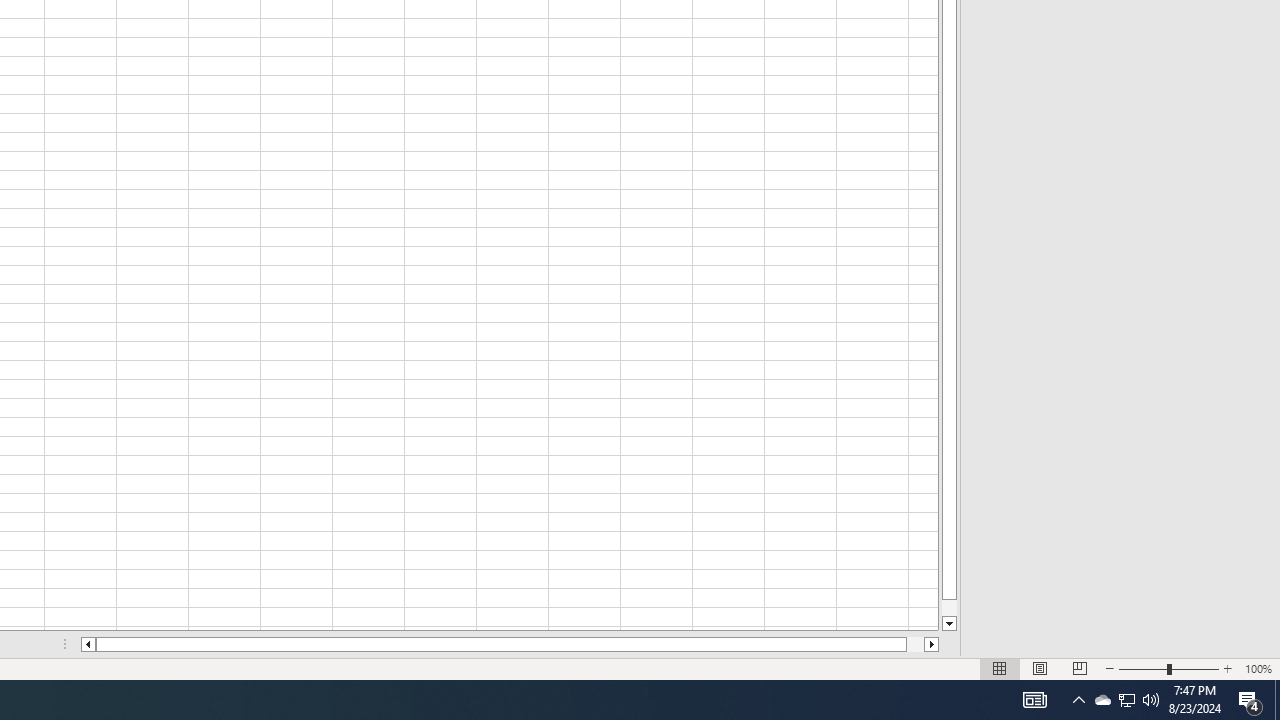 The width and height of the screenshot is (1280, 720). What do you see at coordinates (1226, 669) in the screenshot?
I see `'Zoom In'` at bounding box center [1226, 669].